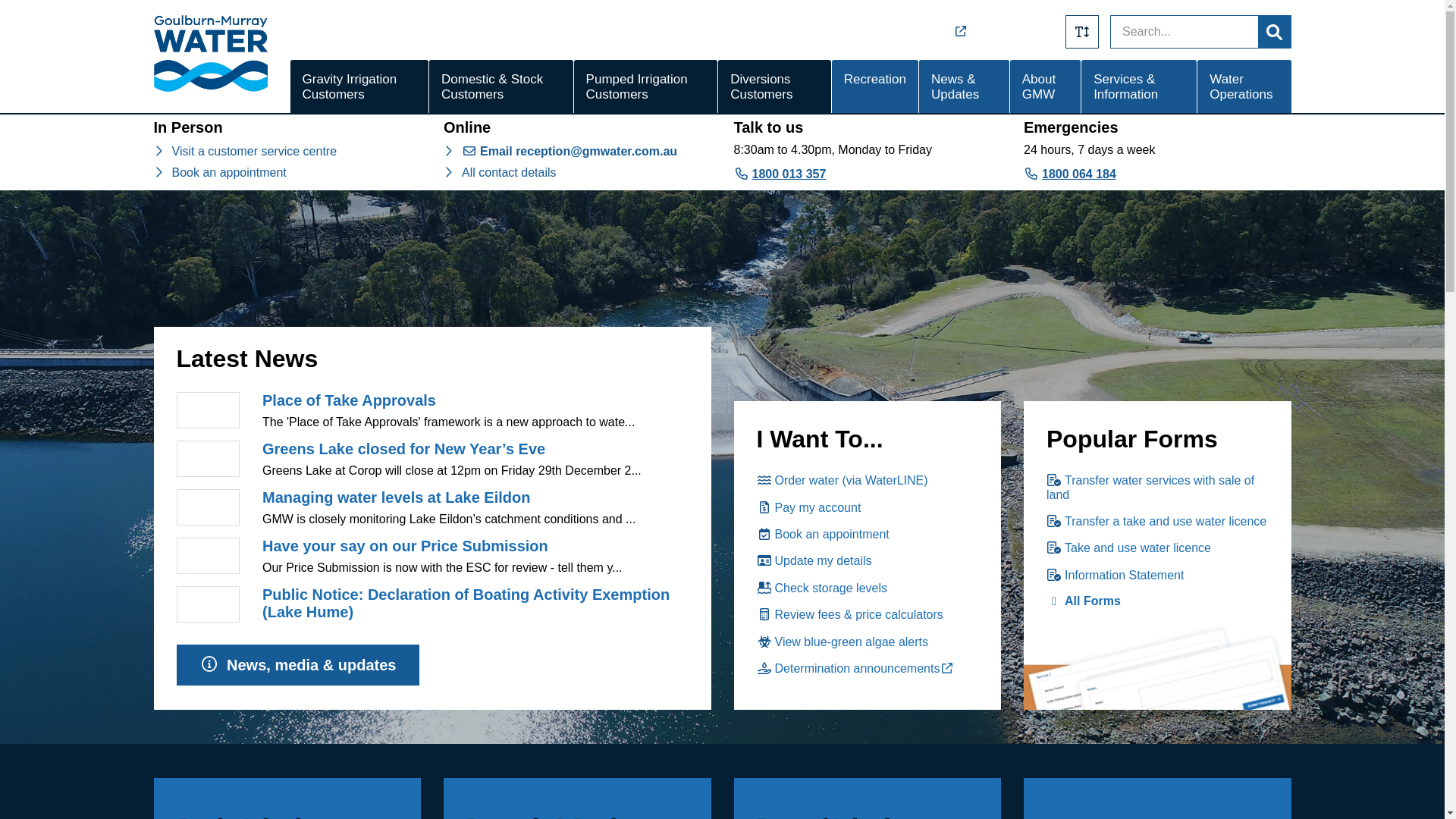 The height and width of the screenshot is (819, 1456). What do you see at coordinates (209, 87) in the screenshot?
I see `'Return to the home page'` at bounding box center [209, 87].